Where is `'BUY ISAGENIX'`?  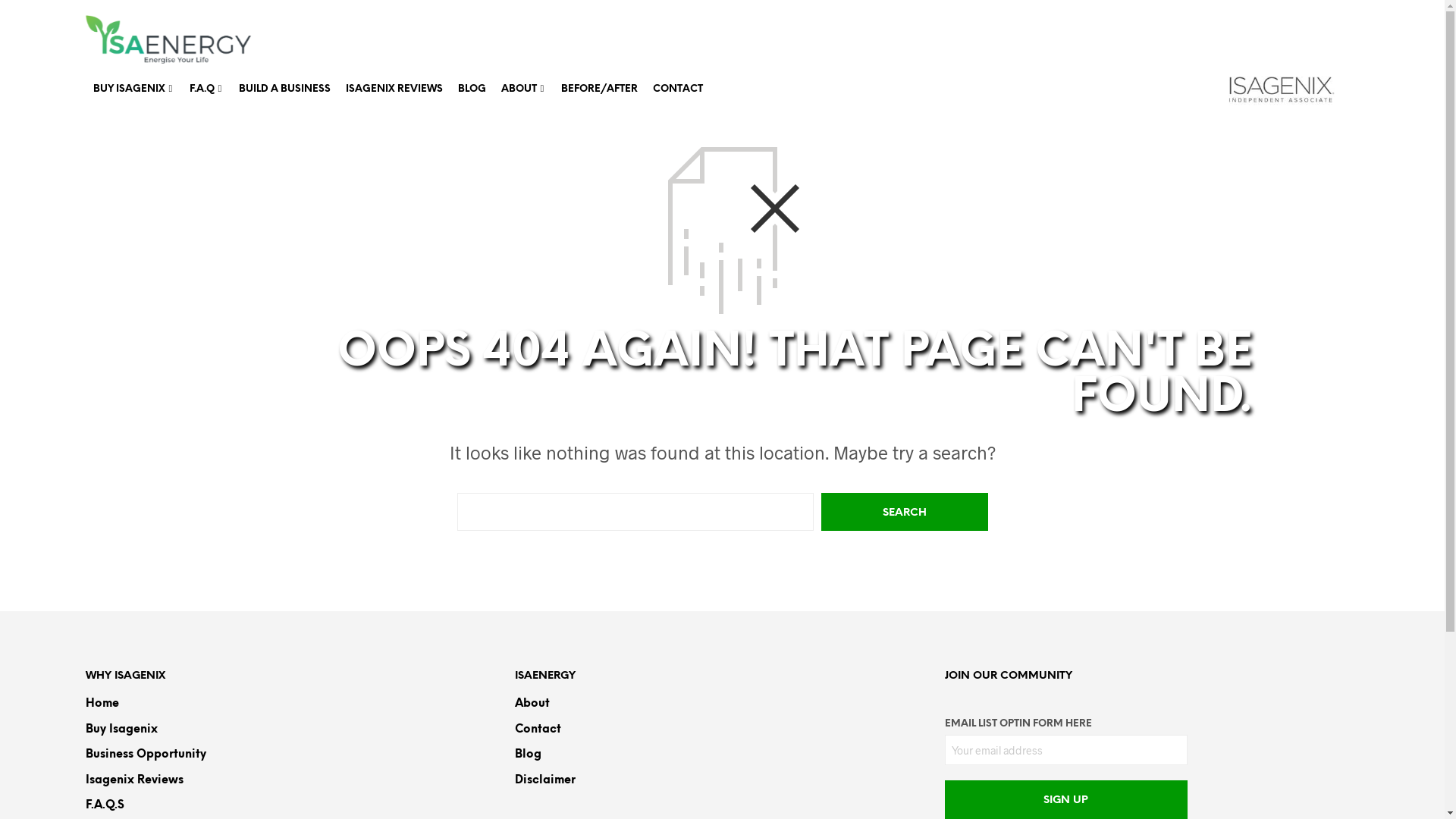 'BUY ISAGENIX' is located at coordinates (128, 89).